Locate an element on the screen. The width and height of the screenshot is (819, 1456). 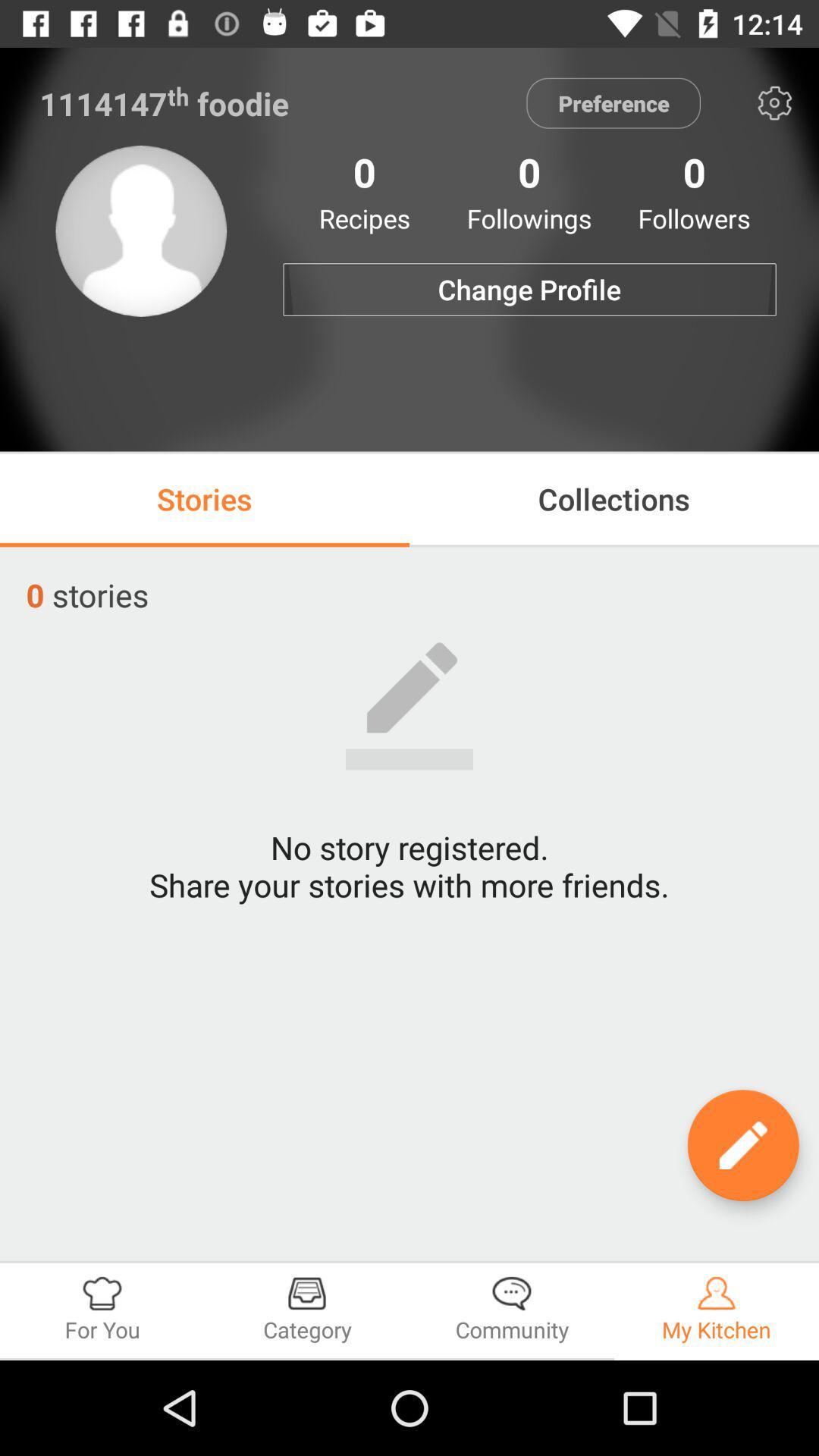
the icon above the stories is located at coordinates (141, 230).